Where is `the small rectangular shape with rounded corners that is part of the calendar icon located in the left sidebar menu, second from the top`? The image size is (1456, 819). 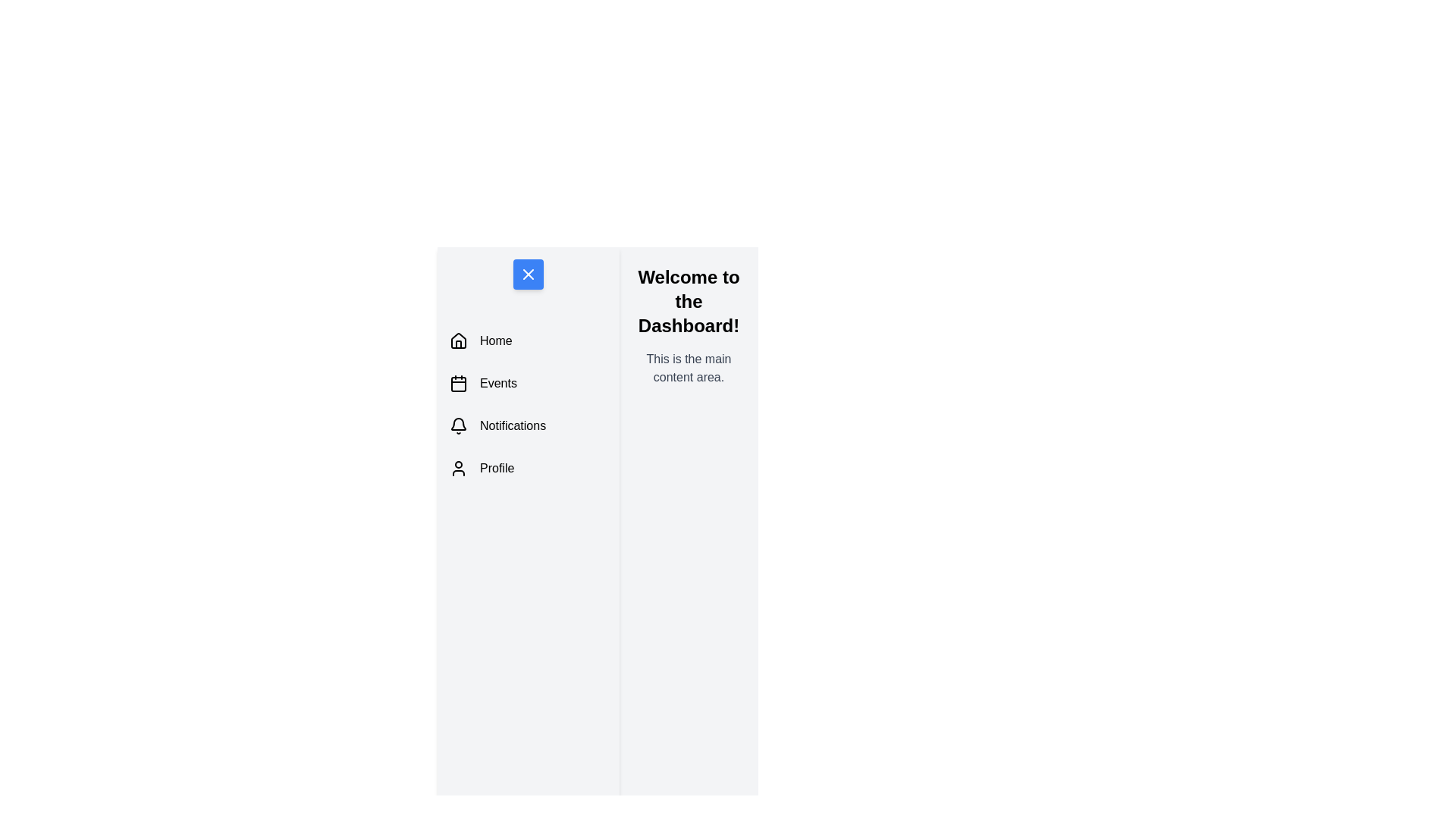
the small rectangular shape with rounded corners that is part of the calendar icon located in the left sidebar menu, second from the top is located at coordinates (457, 383).